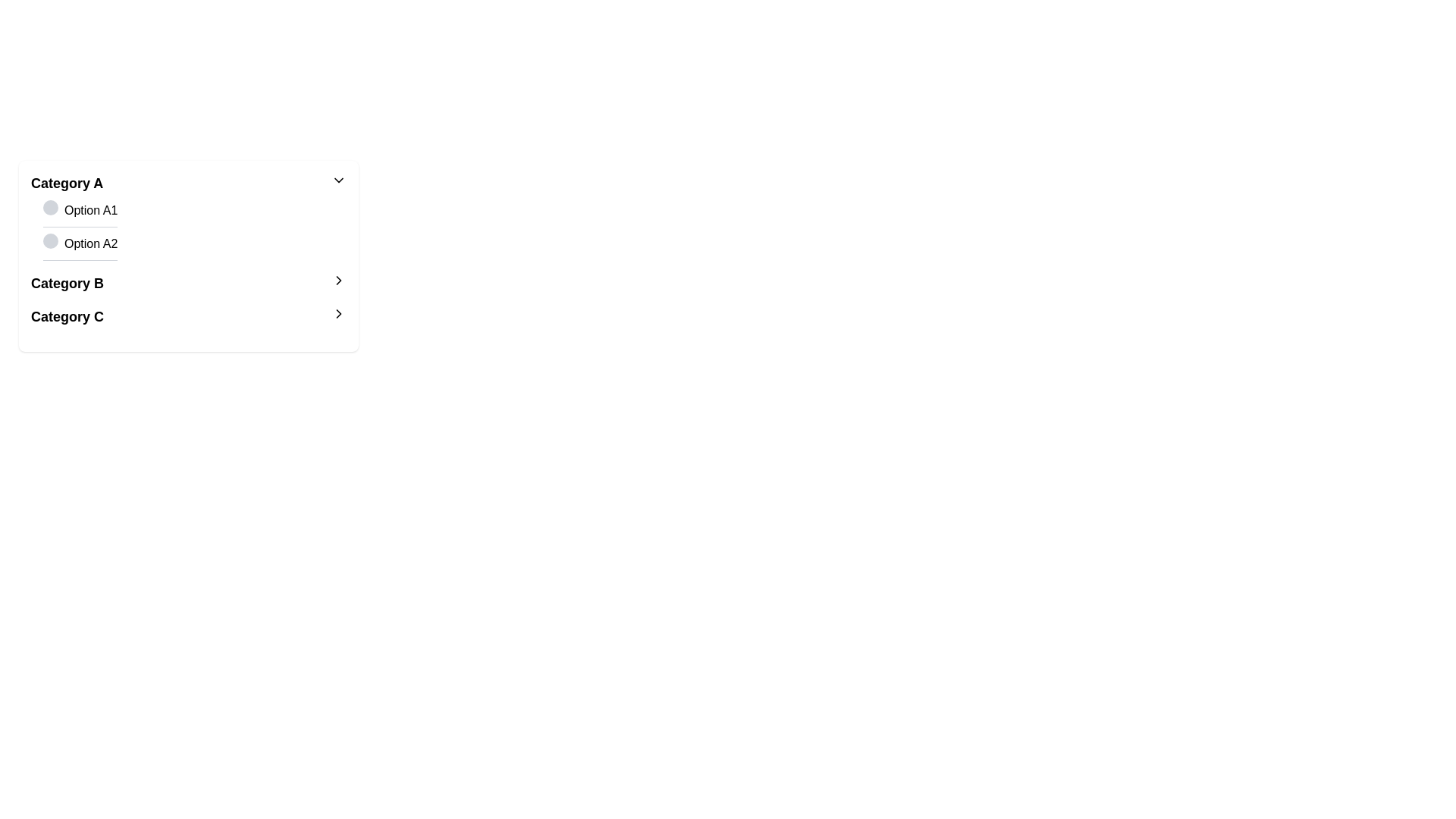  What do you see at coordinates (337, 180) in the screenshot?
I see `the chevron icon located on the rightmost edge of the 'Category A' section` at bounding box center [337, 180].